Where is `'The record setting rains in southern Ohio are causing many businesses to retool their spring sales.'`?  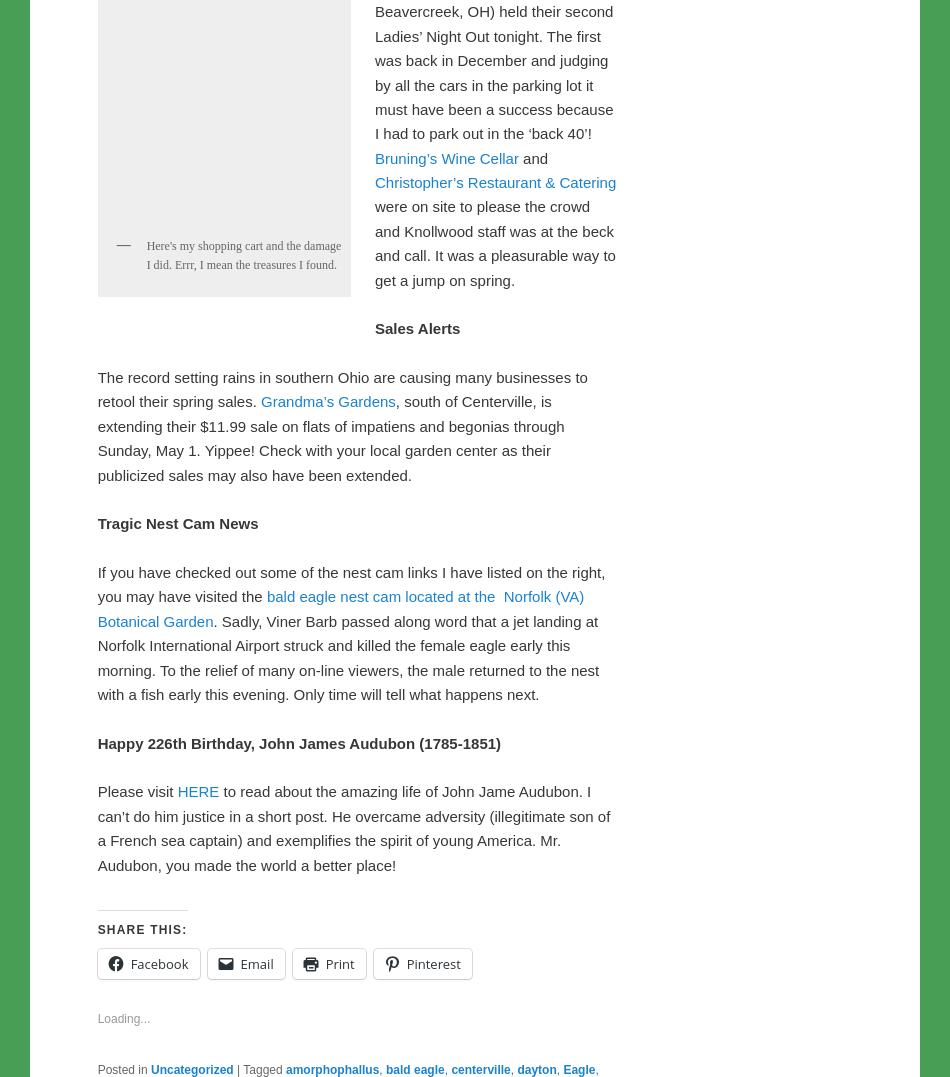 'The record setting rains in southern Ohio are causing many businesses to retool their spring sales.' is located at coordinates (96, 807).